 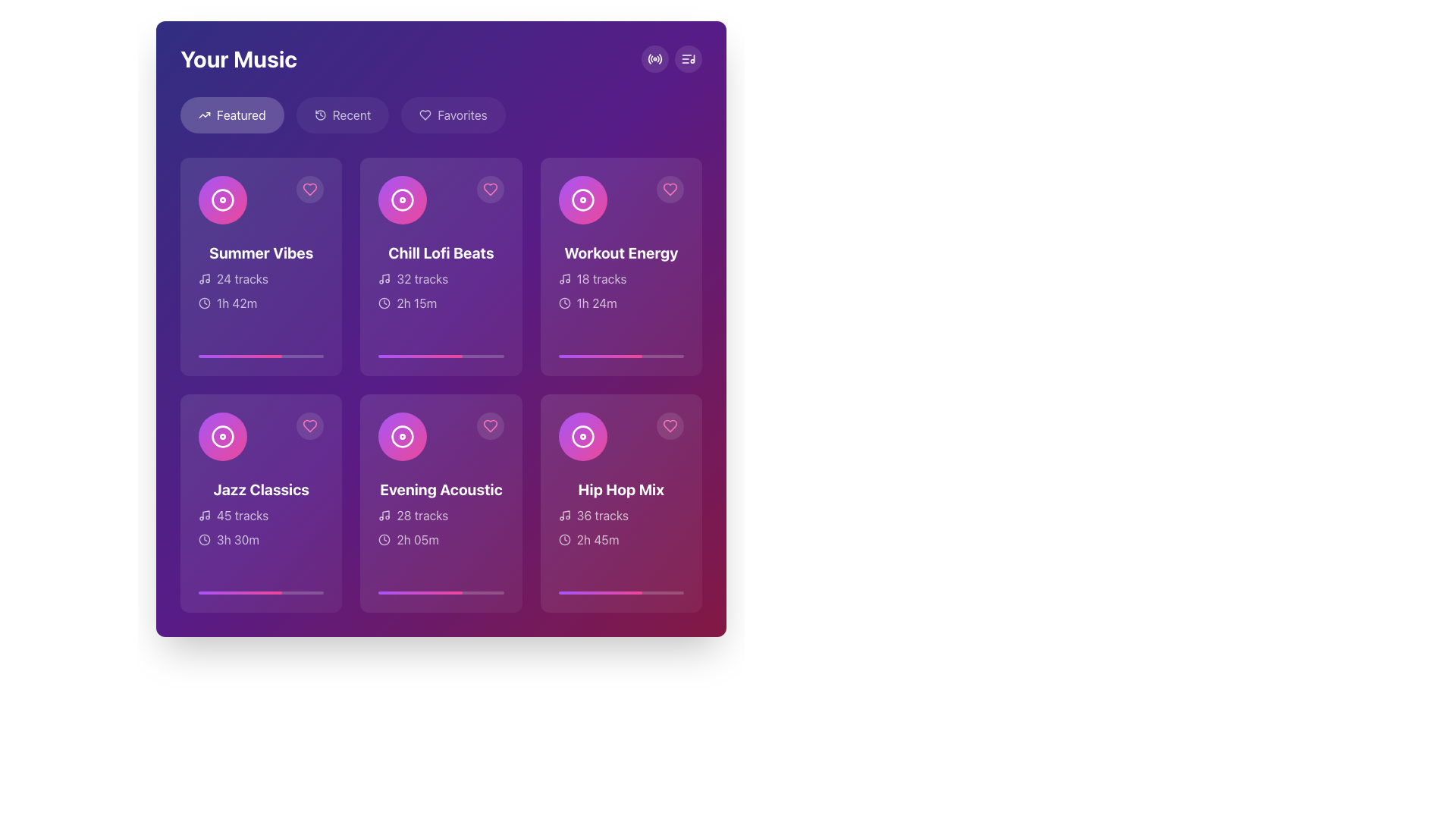 I want to click on the musical note icon located within the 'Workout Energy' card, which indicates music or audio tracks, so click(x=563, y=278).